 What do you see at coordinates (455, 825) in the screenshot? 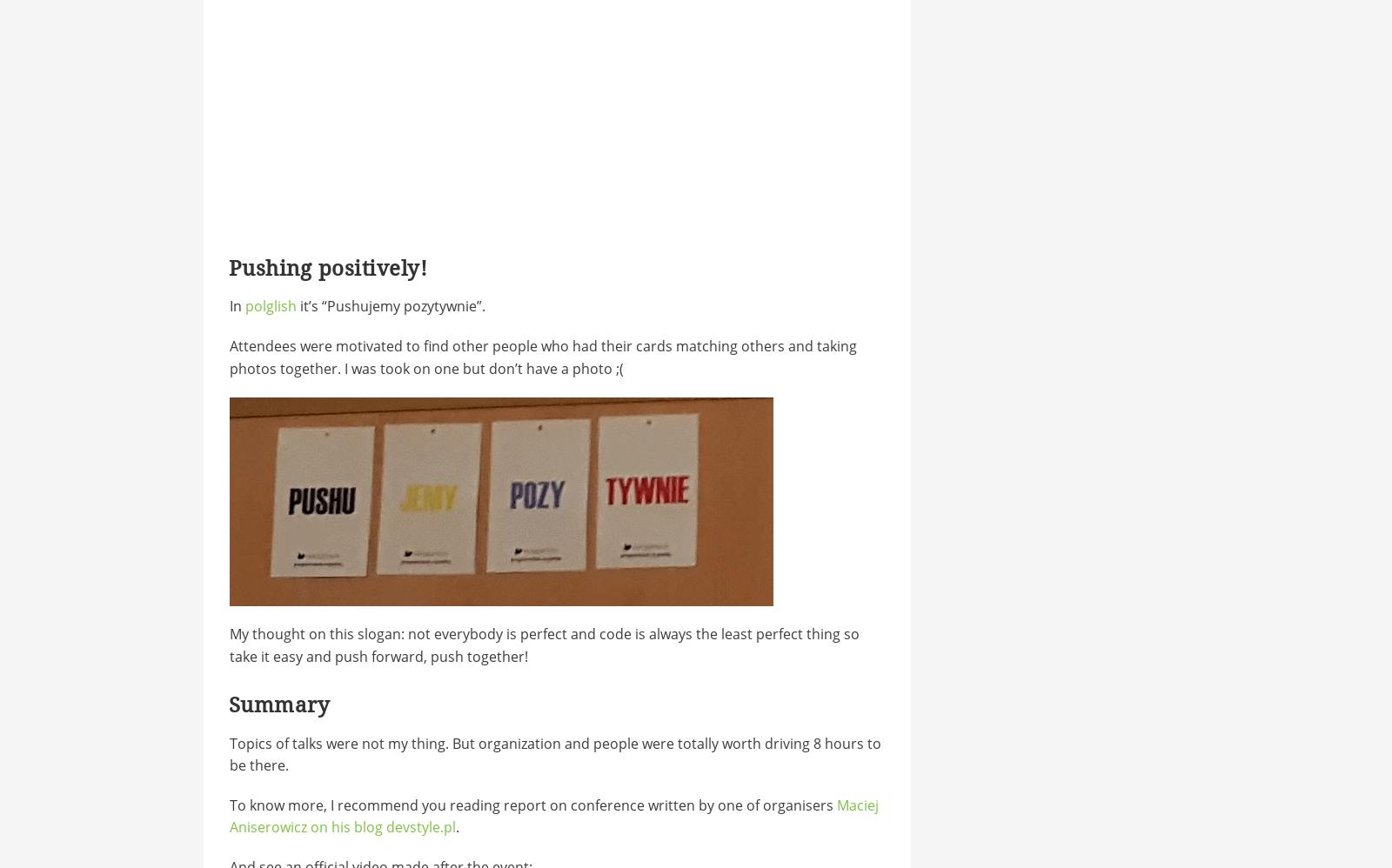
I see `'.'` at bounding box center [455, 825].